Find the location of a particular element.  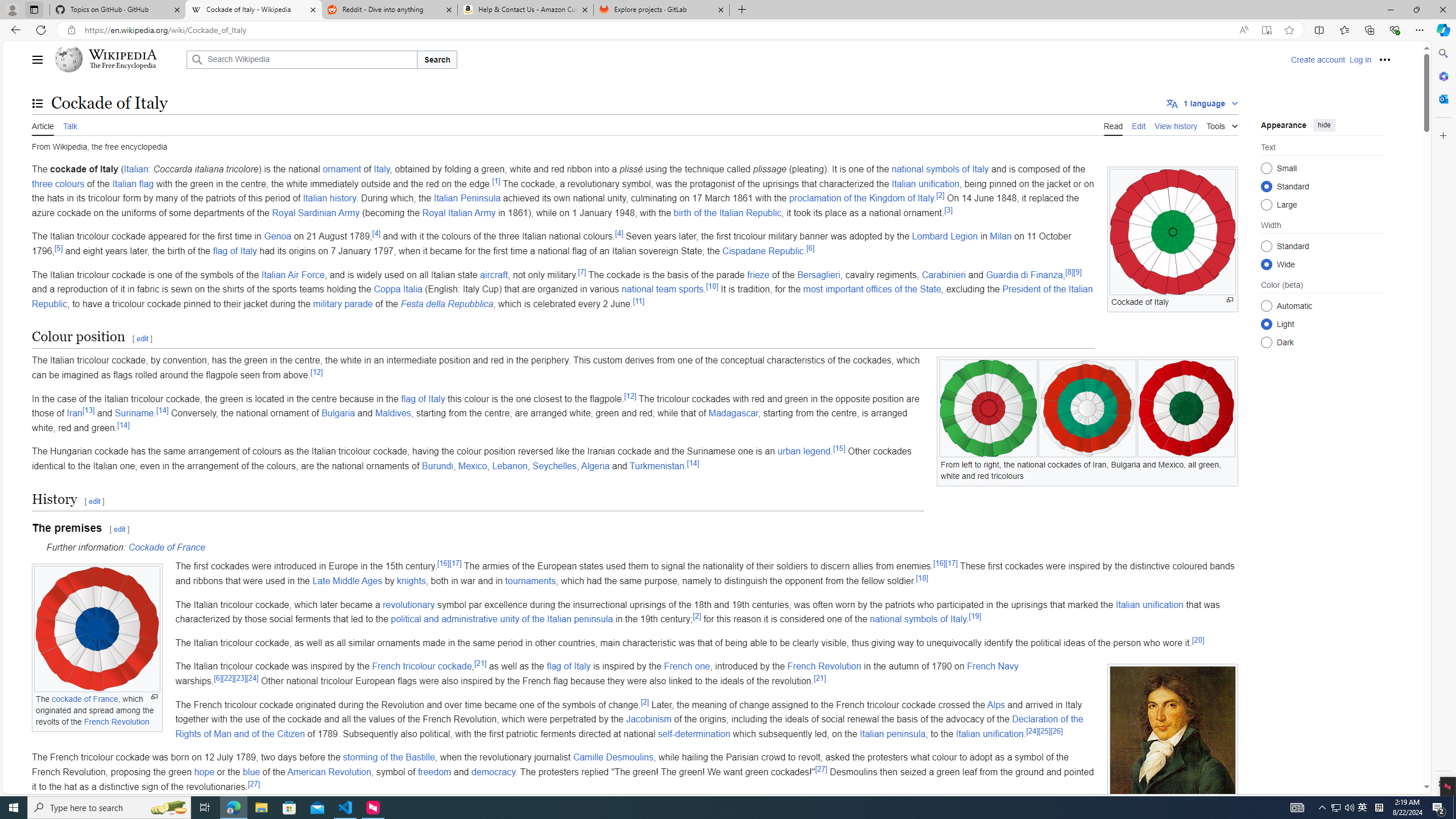

'Automatic' is located at coordinates (1266, 305).